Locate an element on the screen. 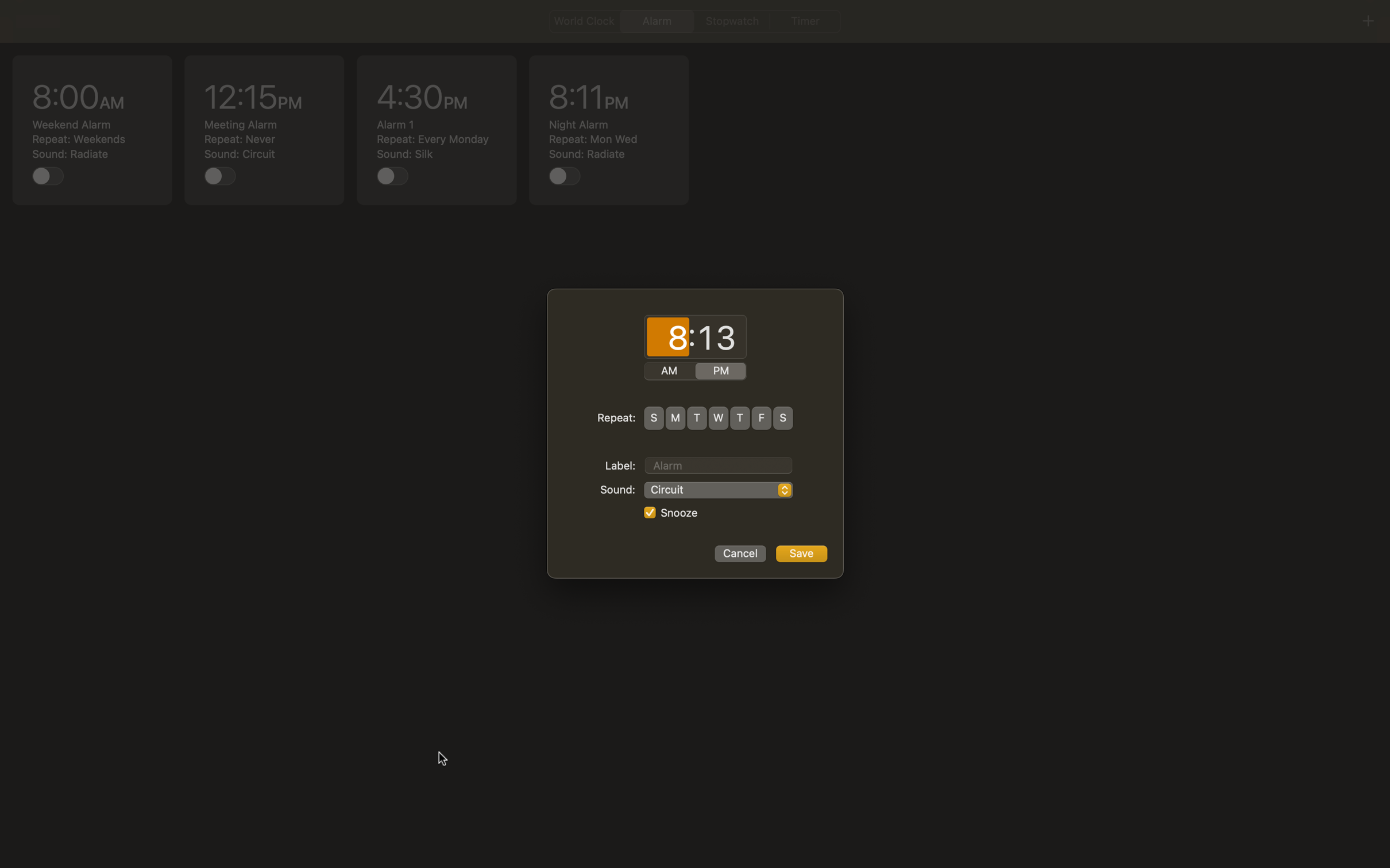 This screenshot has height=868, width=1390. Arrange the alarm to go off on each weekday is located at coordinates (675, 417).